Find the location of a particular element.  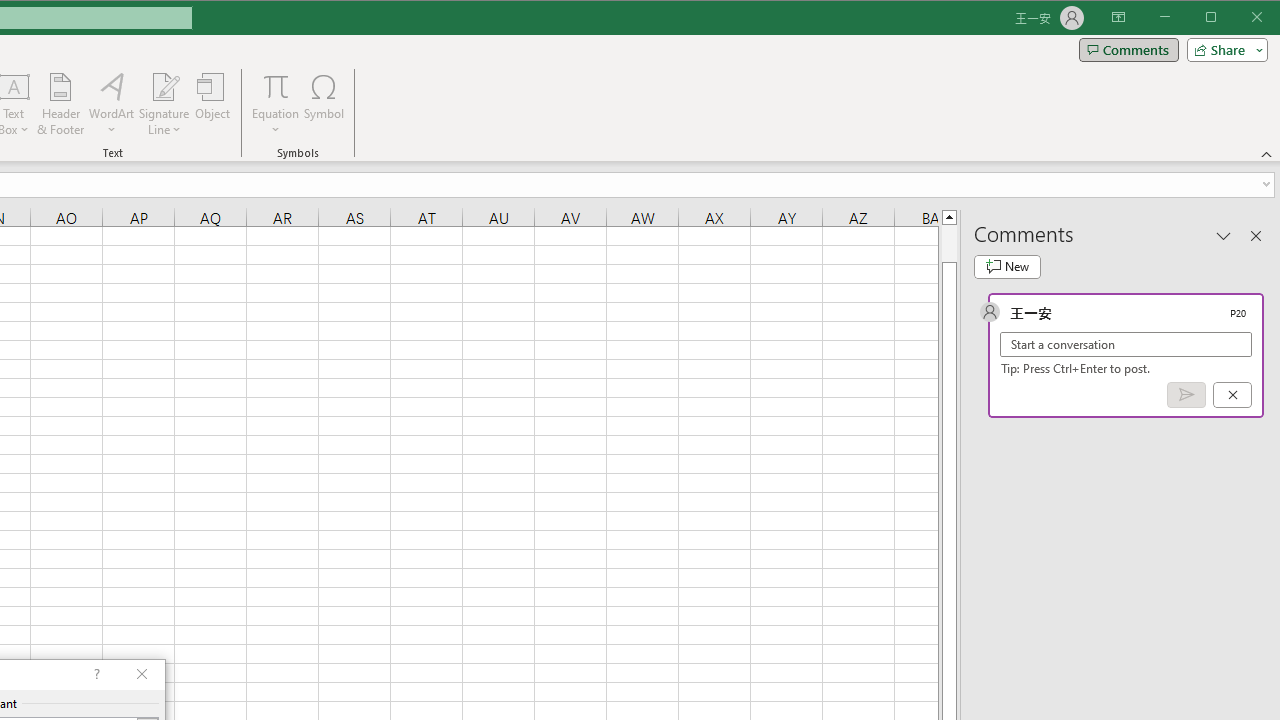

'Start a conversation' is located at coordinates (1126, 343).